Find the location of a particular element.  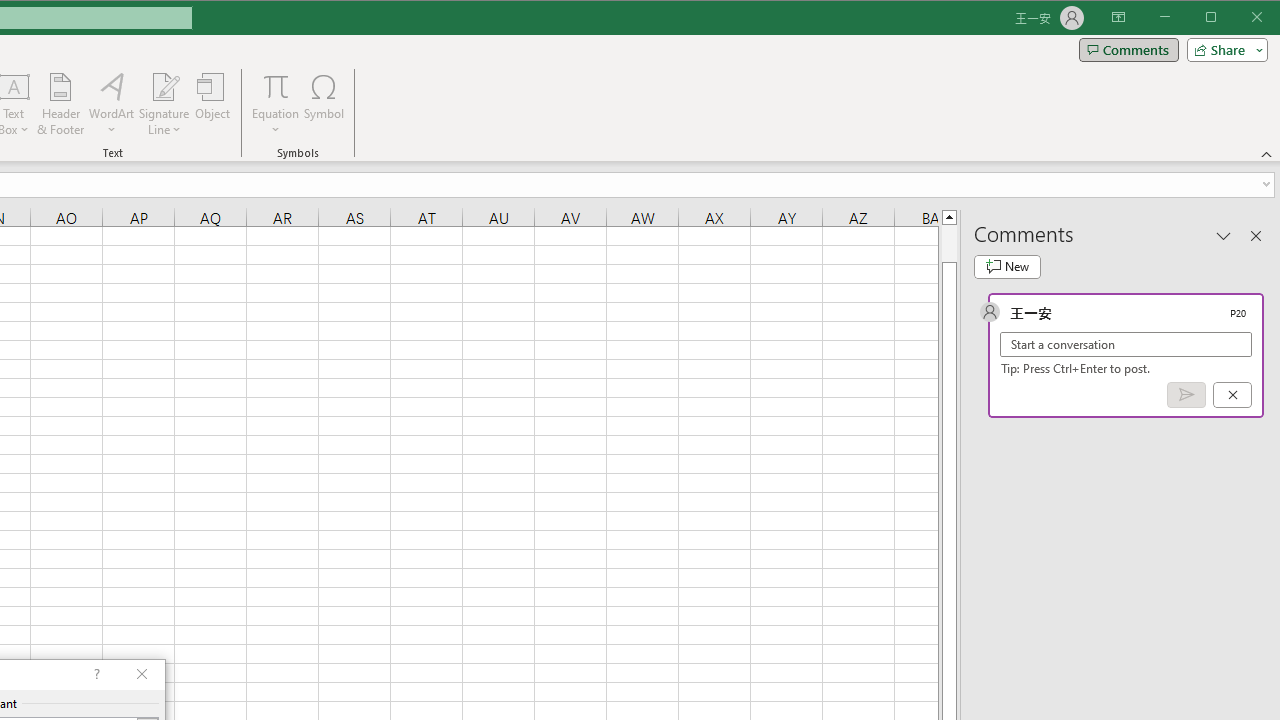

'Start a conversation' is located at coordinates (1126, 343).